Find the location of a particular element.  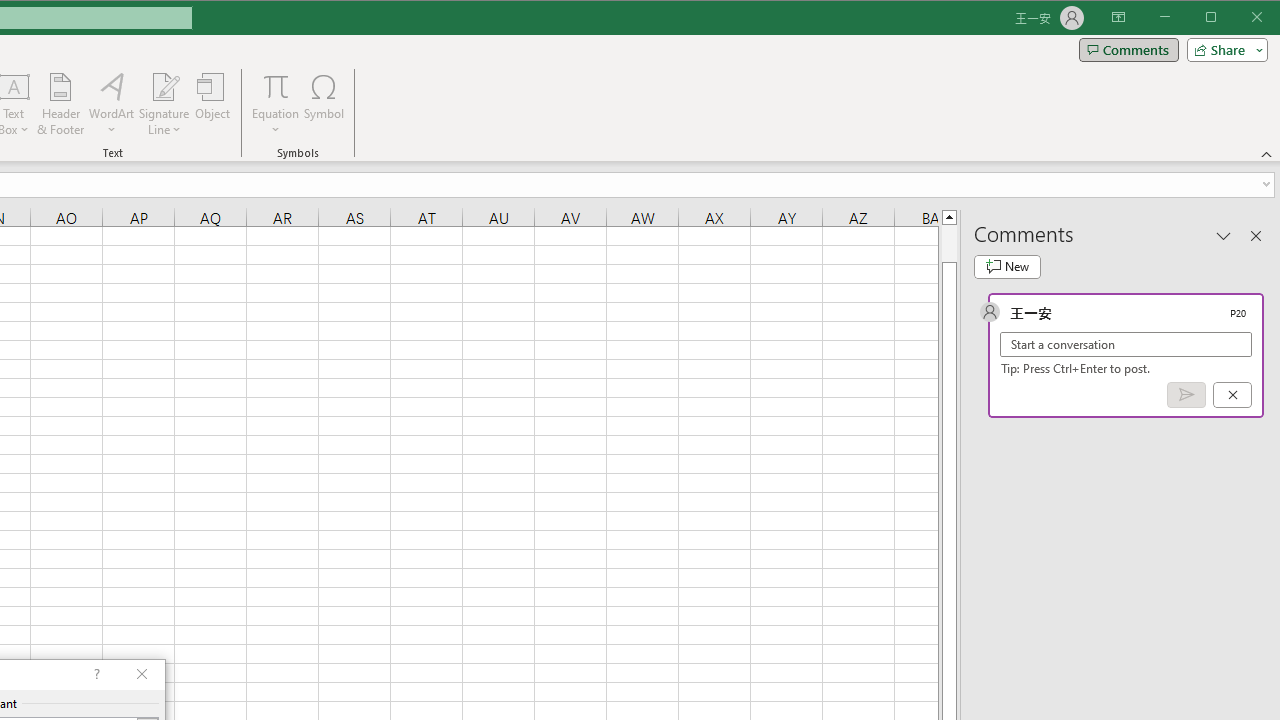

'Start a conversation' is located at coordinates (1126, 343).